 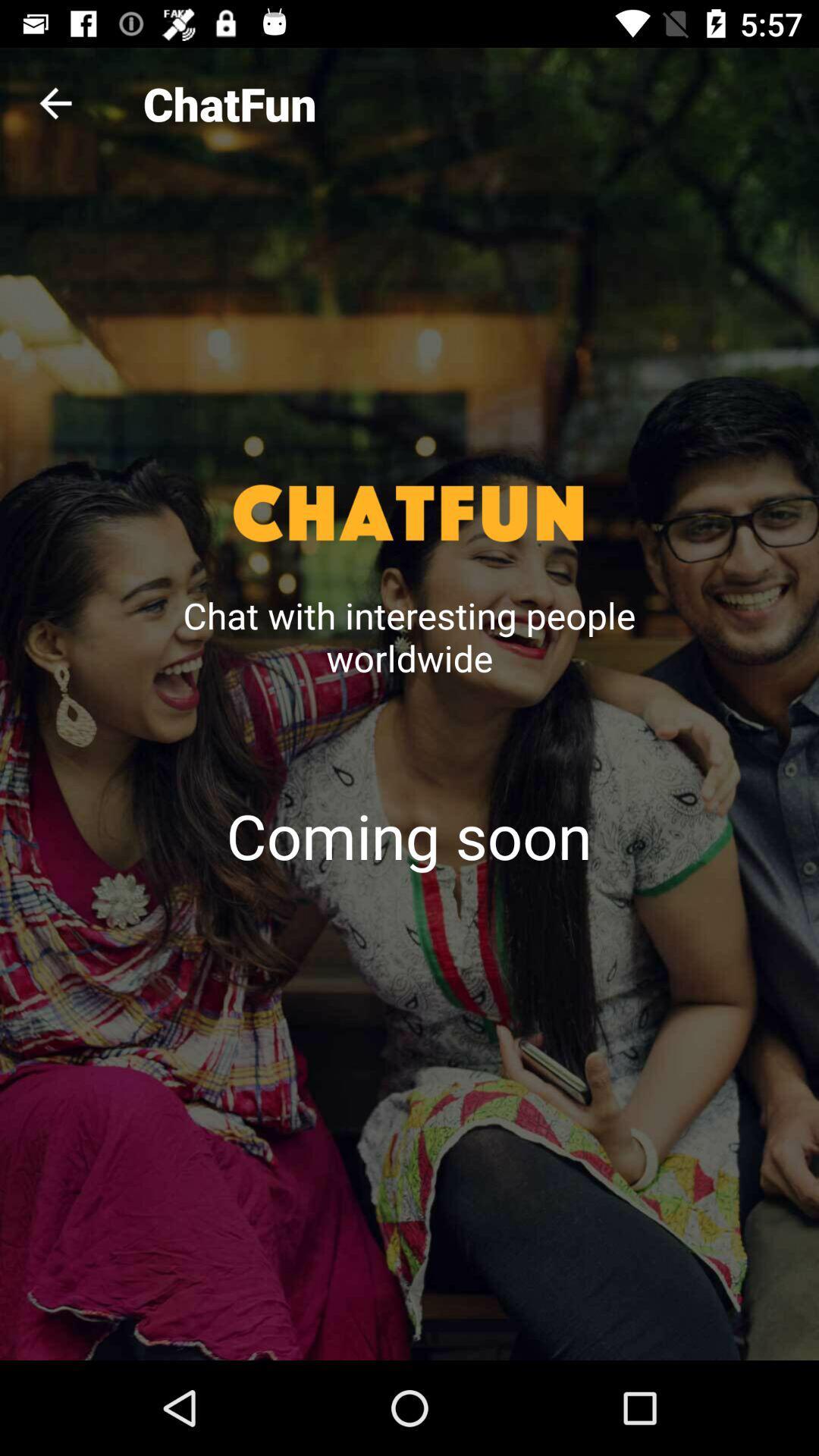 What do you see at coordinates (55, 102) in the screenshot?
I see `icon above chat with interesting item` at bounding box center [55, 102].